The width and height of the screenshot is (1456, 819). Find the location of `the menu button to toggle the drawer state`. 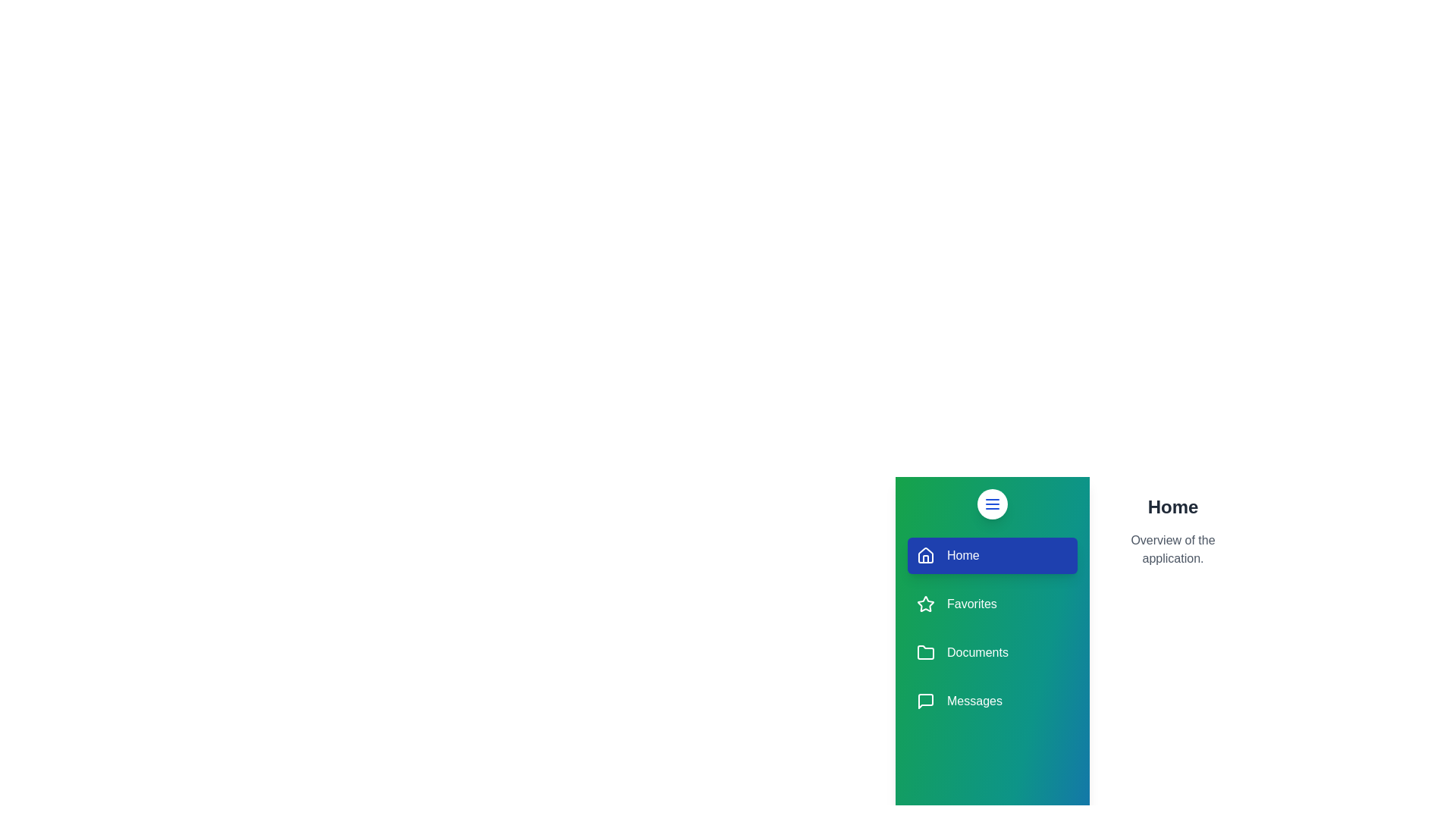

the menu button to toggle the drawer state is located at coordinates (993, 504).